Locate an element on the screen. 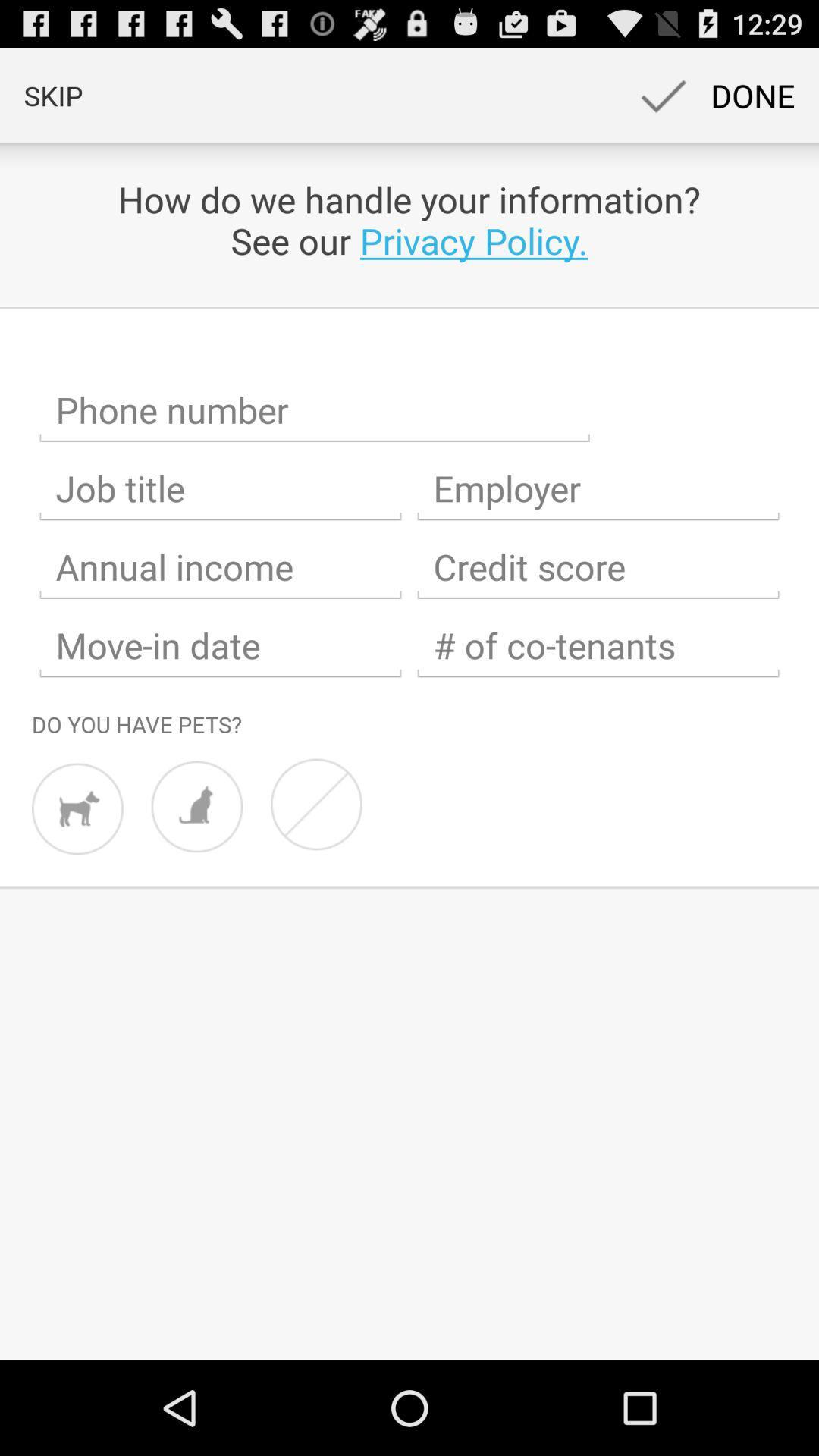 The height and width of the screenshot is (1456, 819). share the article is located at coordinates (314, 410).